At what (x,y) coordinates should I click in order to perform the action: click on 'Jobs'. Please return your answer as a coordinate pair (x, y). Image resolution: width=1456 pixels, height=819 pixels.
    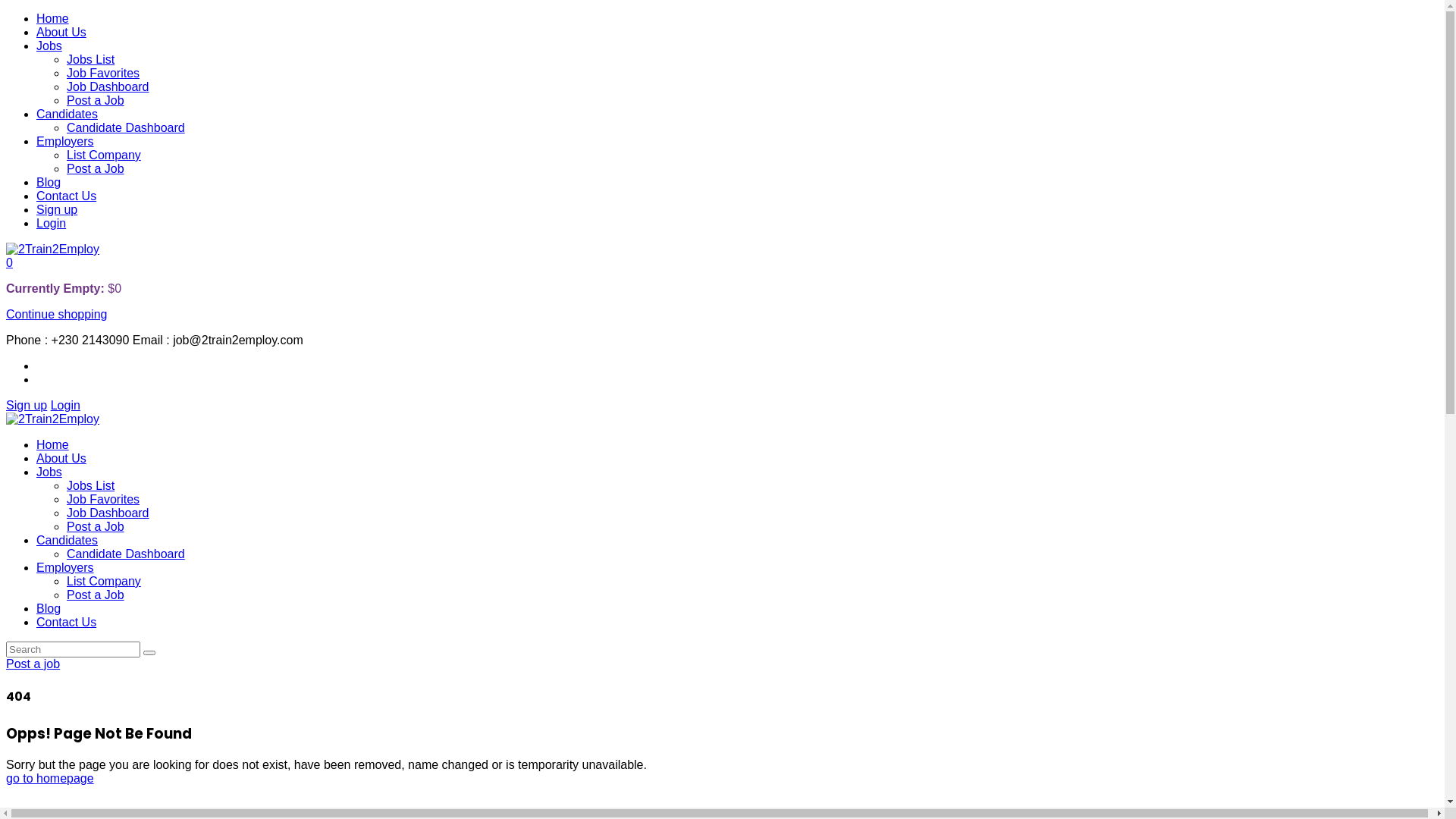
    Looking at the image, I should click on (49, 45).